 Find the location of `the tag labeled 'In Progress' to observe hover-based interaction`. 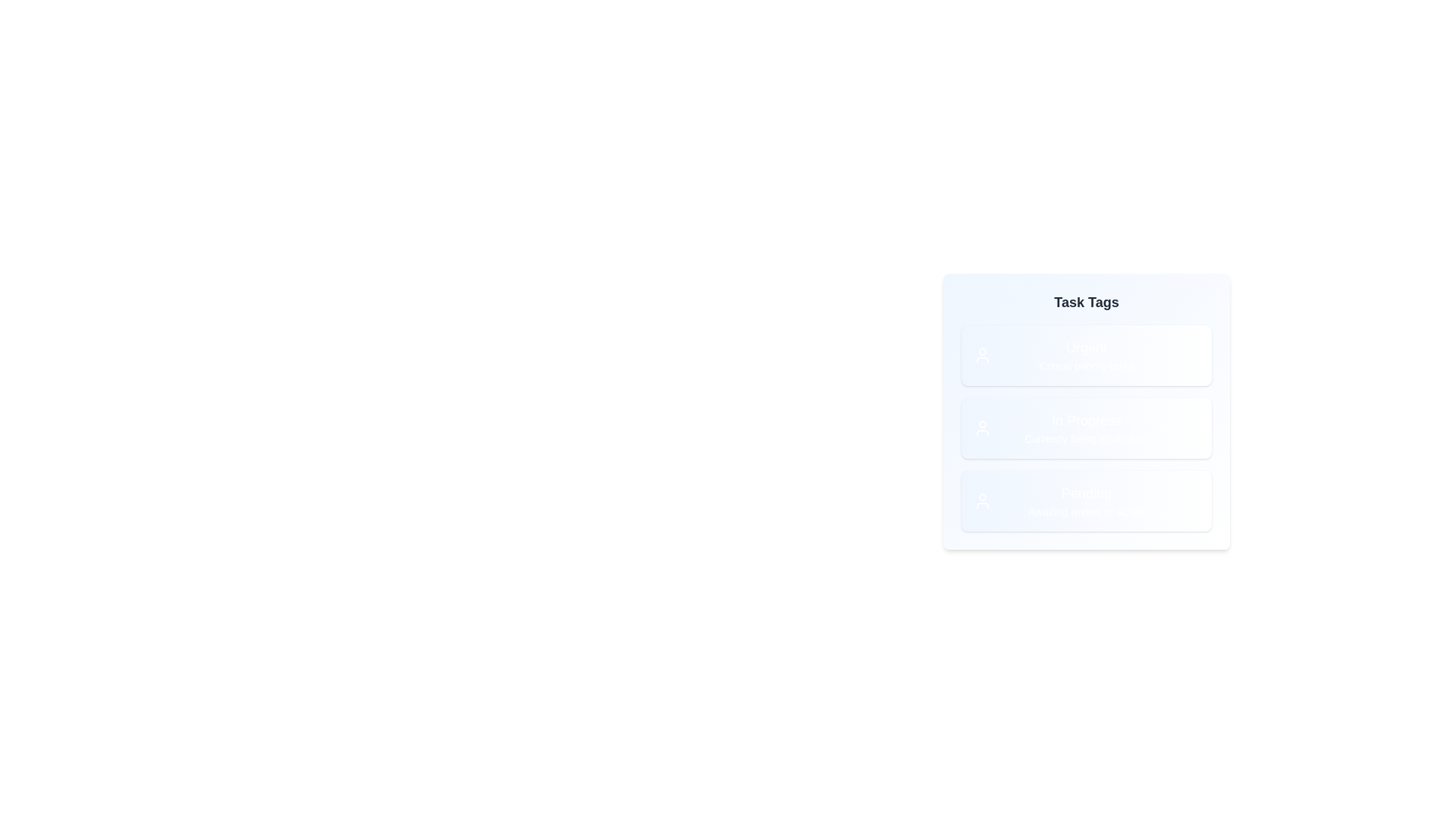

the tag labeled 'In Progress' to observe hover-based interaction is located at coordinates (1086, 428).